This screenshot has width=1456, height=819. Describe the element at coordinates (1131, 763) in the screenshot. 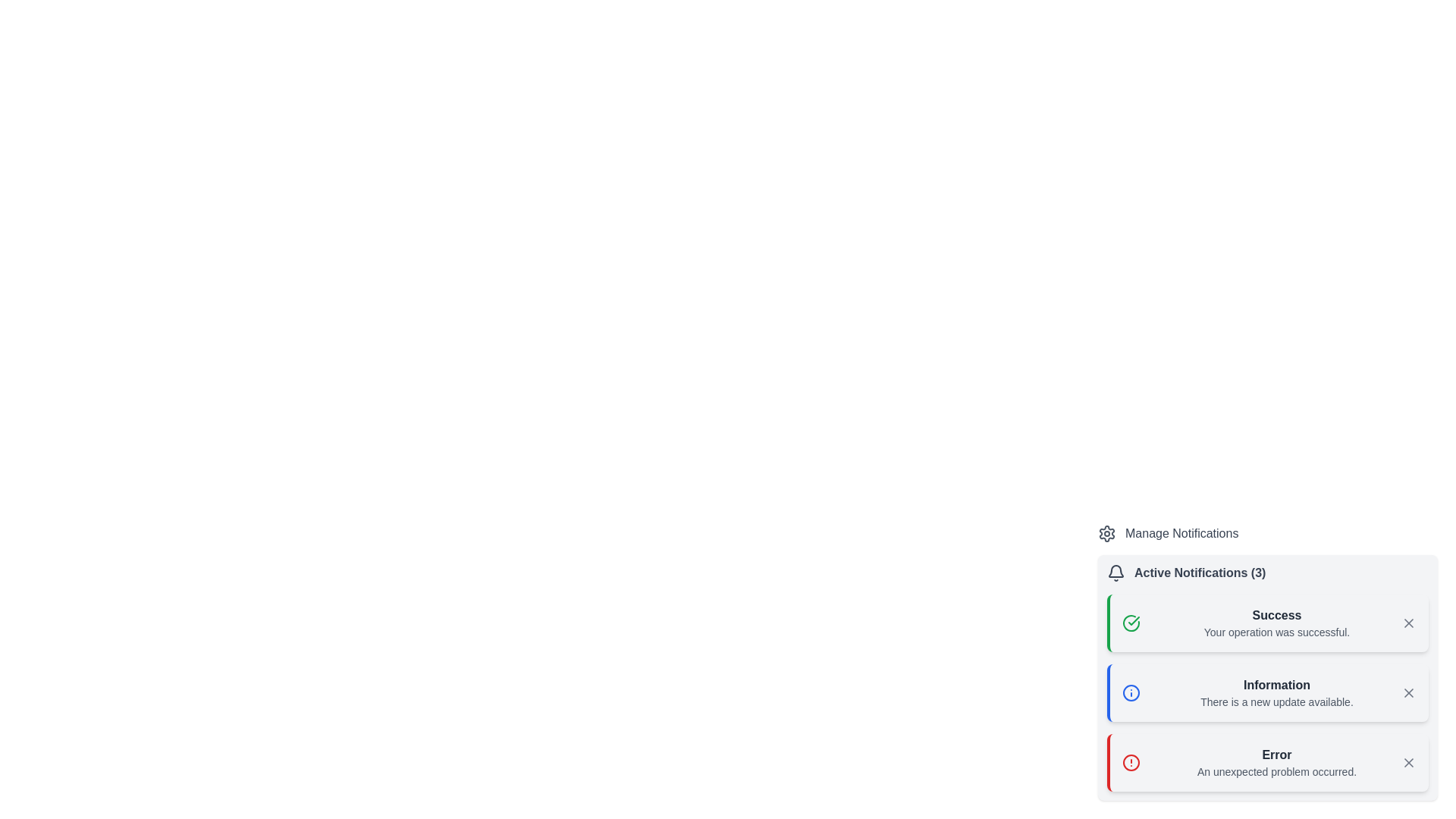

I see `the SVG graphical element with a circle shape that serves as the visual indicator for the 'Error' notification, located to the left of the notification text 'An unexpected problem occurred.'` at that location.